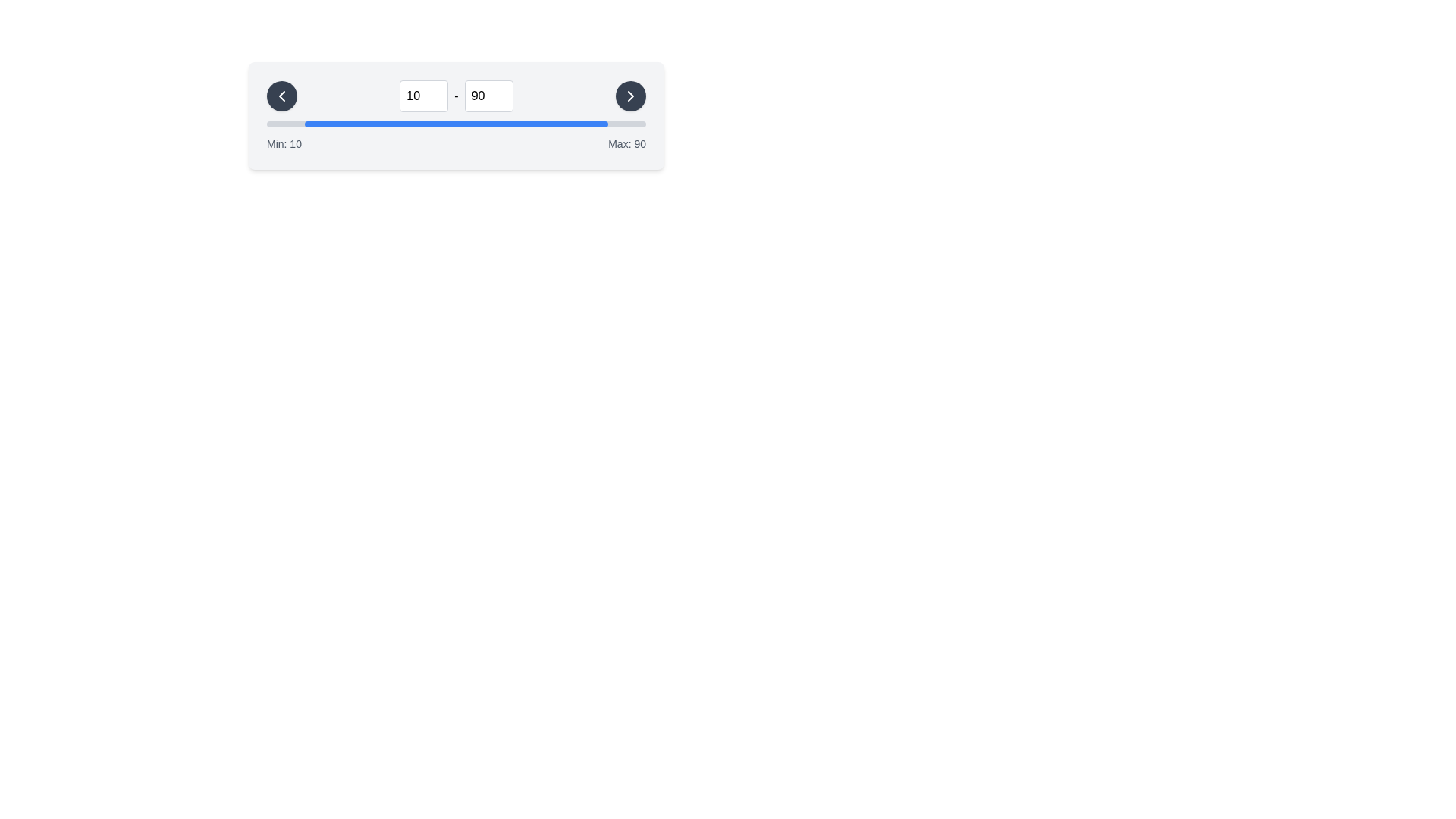 The width and height of the screenshot is (1456, 819). I want to click on the left-pointing chevron arrow icon button with a dark gray background, which is part of the navigation group next to the number input field, so click(282, 96).